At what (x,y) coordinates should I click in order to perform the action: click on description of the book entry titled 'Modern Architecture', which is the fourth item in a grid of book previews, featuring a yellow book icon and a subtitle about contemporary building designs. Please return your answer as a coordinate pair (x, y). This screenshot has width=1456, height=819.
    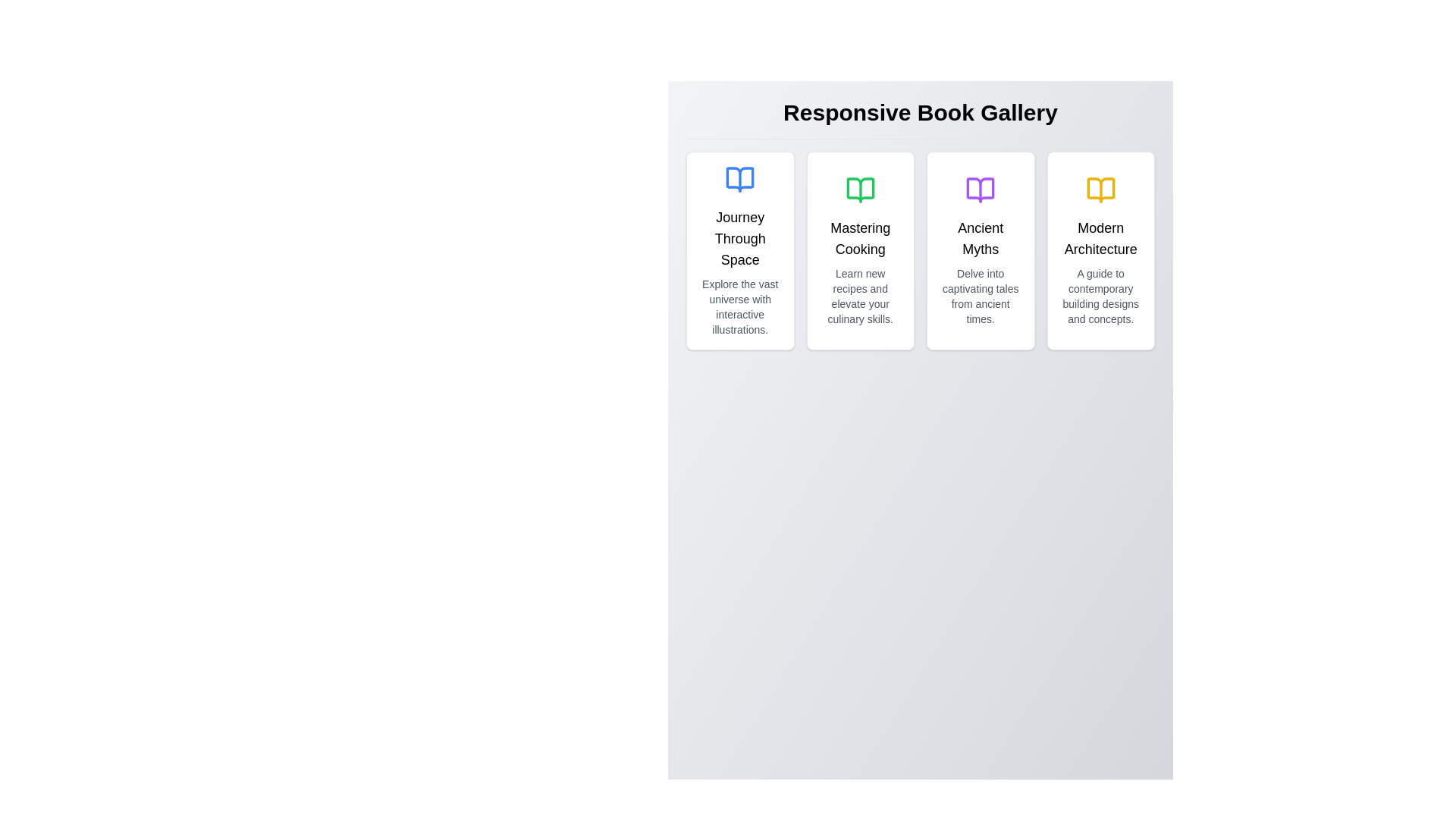
    Looking at the image, I should click on (1100, 250).